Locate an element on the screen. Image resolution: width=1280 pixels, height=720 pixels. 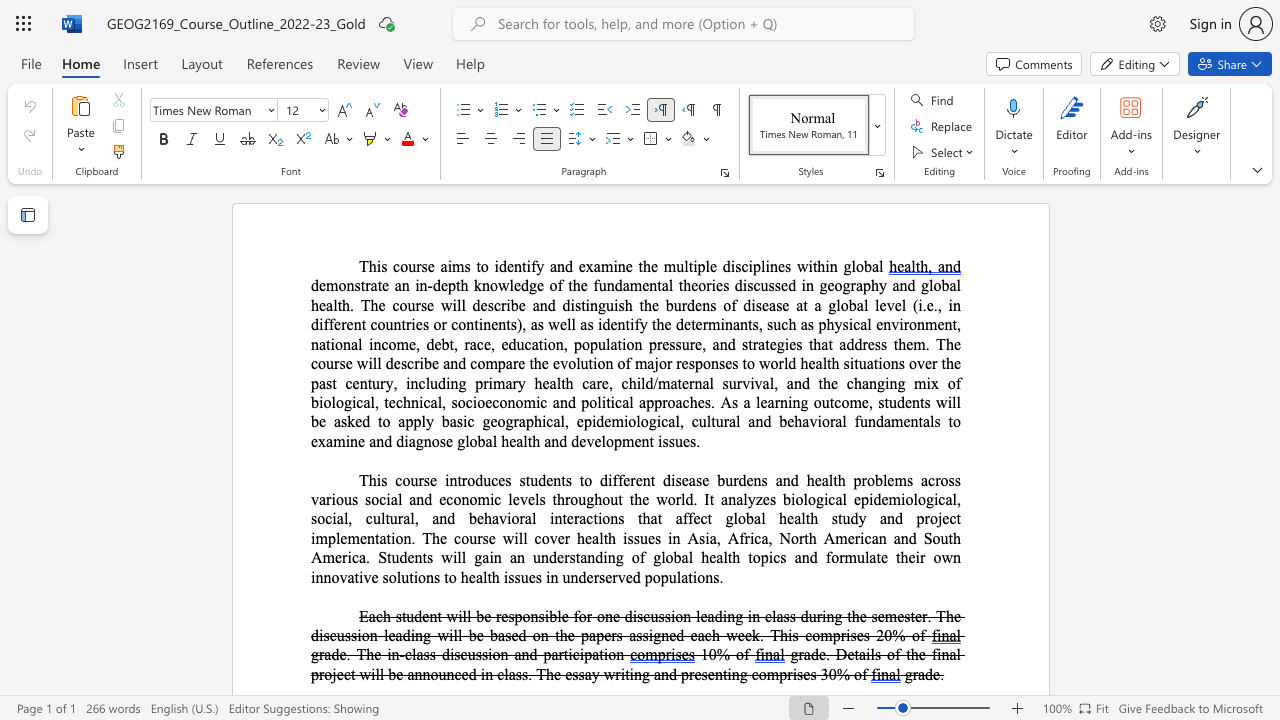
the 6th character "n" in the text is located at coordinates (314, 343).